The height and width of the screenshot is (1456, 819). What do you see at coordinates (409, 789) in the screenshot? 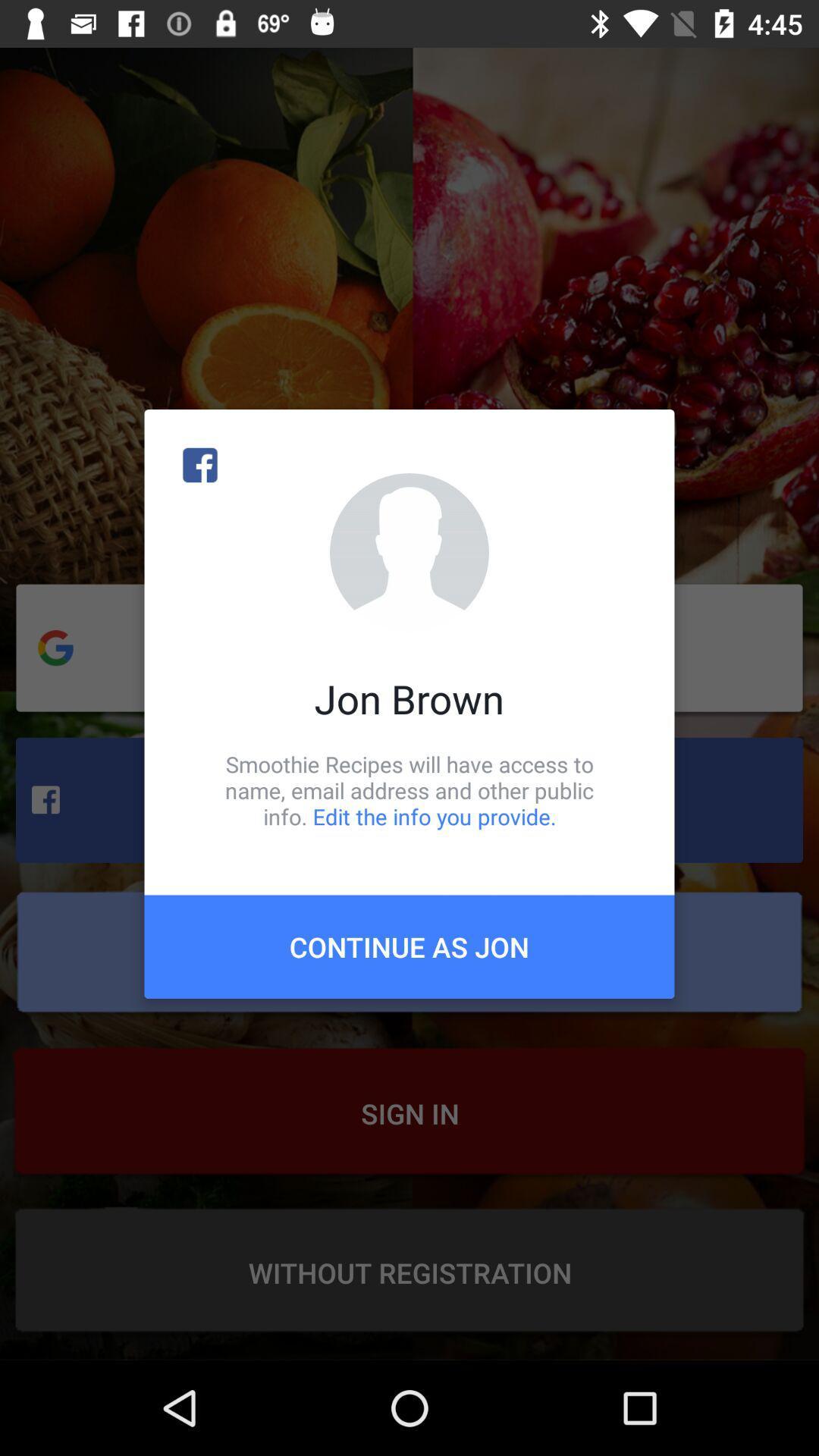
I see `the smoothie recipes will item` at bounding box center [409, 789].